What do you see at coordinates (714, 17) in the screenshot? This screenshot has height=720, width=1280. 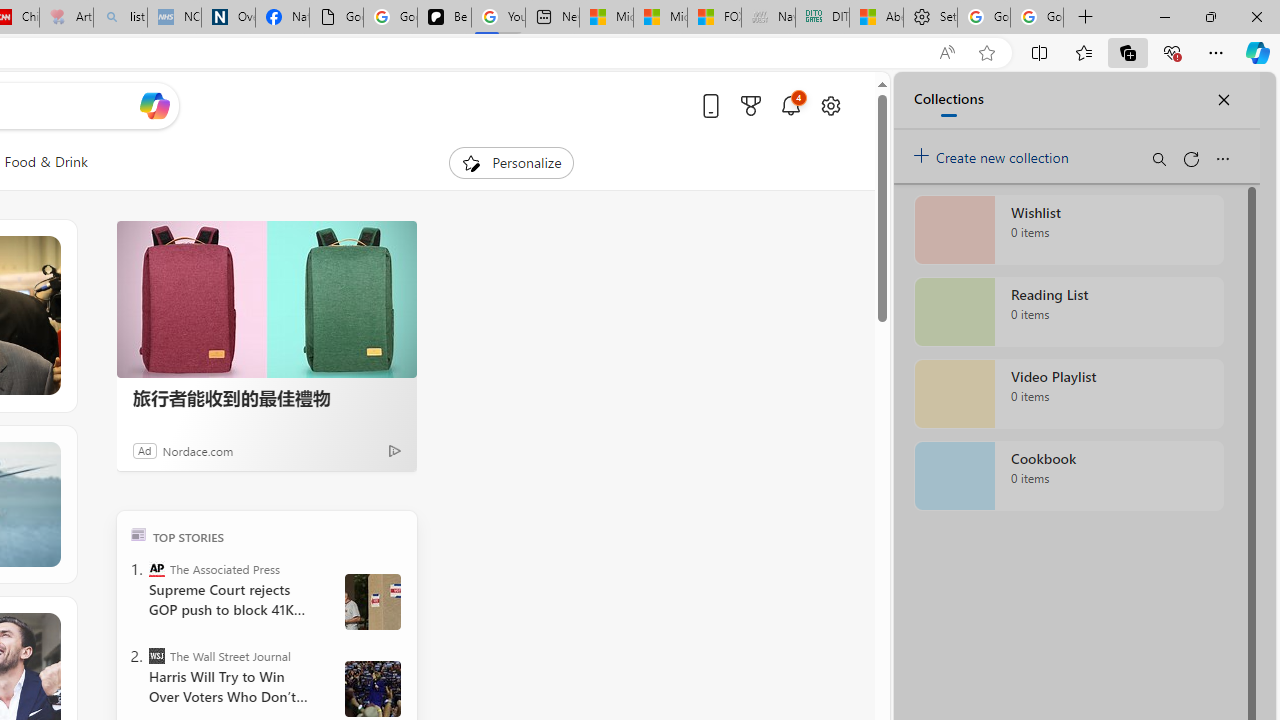 I see `'FOX News - MSN'` at bounding box center [714, 17].